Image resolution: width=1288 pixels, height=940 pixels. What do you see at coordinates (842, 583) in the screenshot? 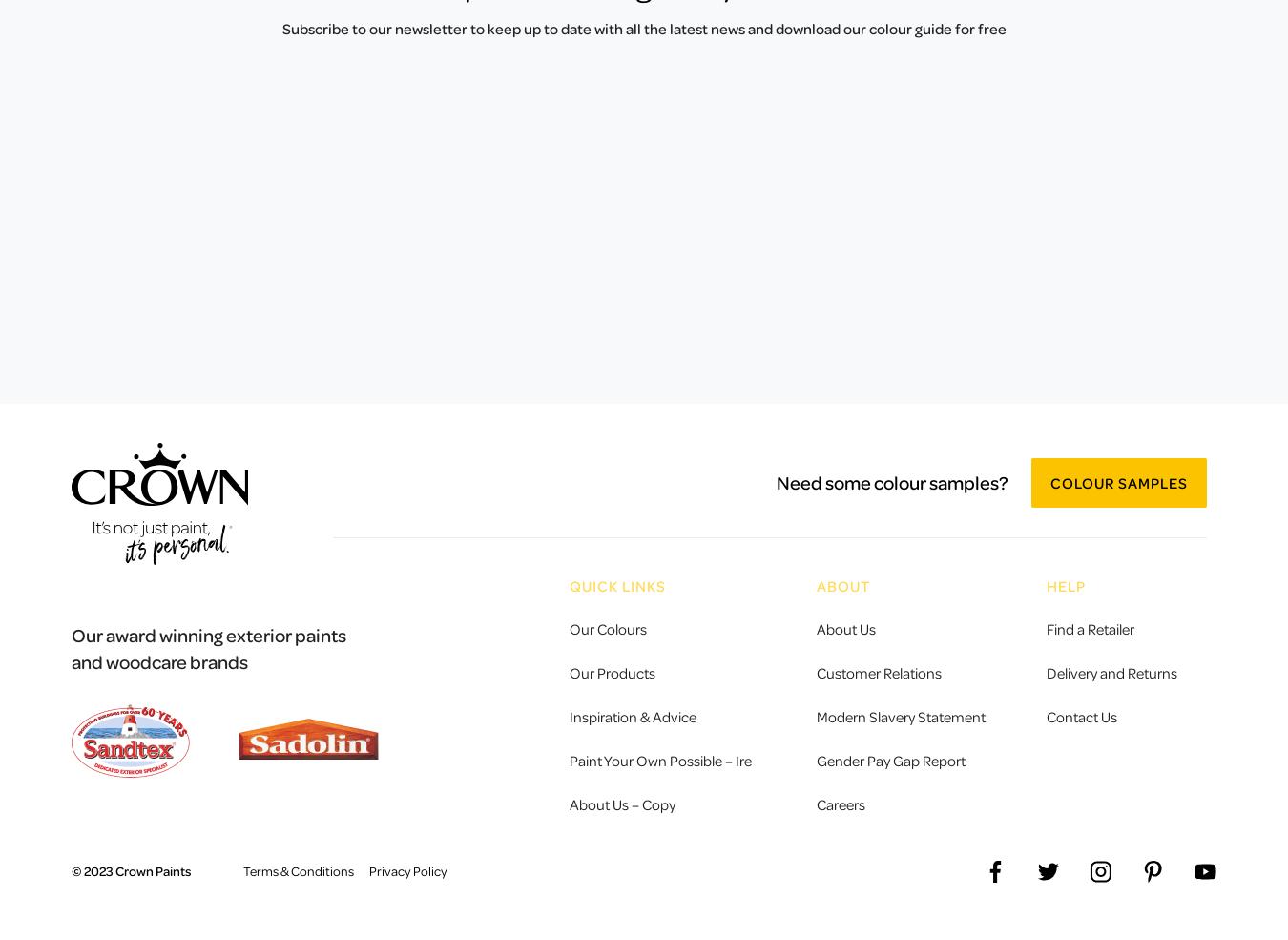
I see `'ABOUT'` at bounding box center [842, 583].